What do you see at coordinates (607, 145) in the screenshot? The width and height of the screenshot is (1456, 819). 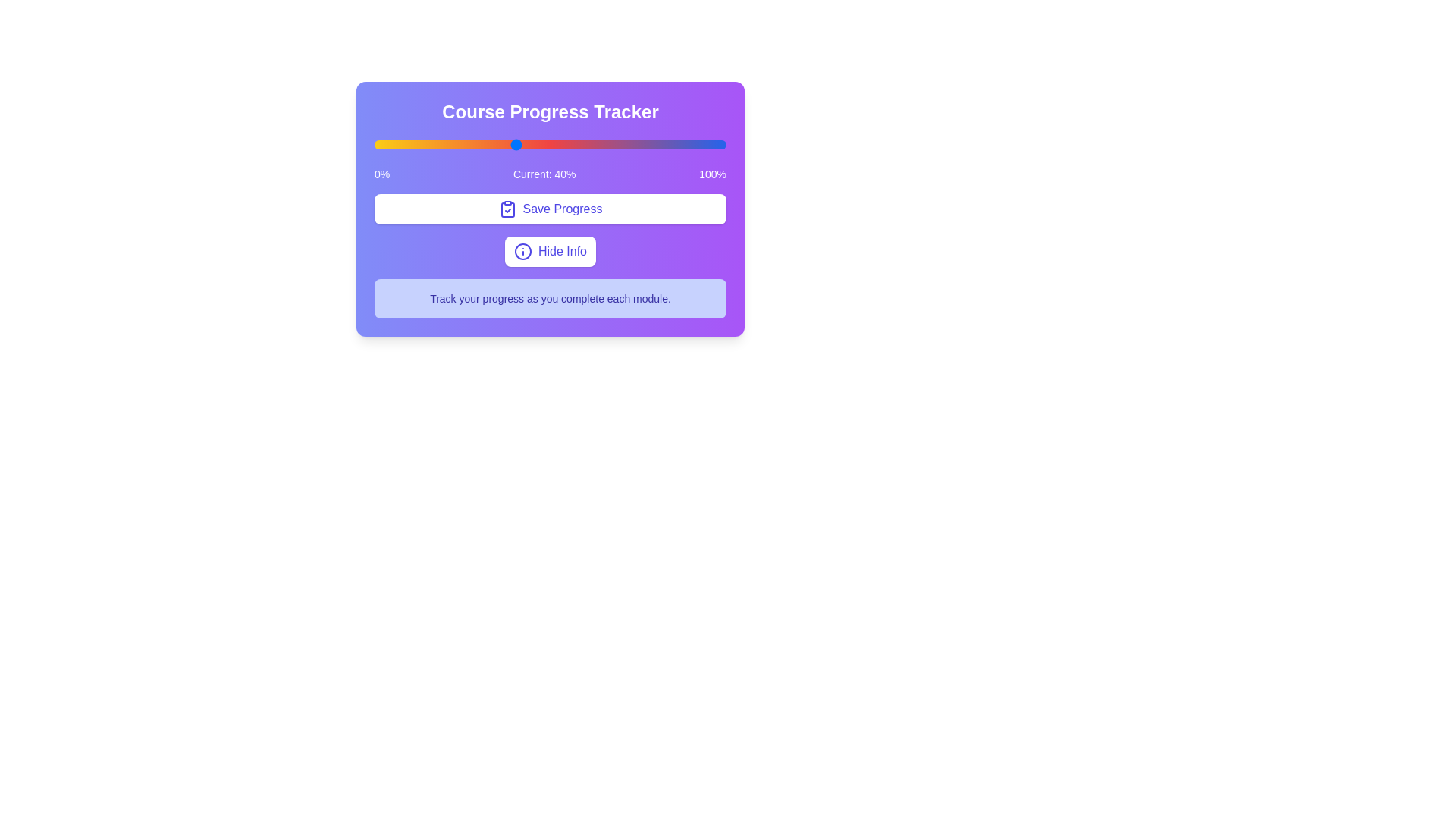 I see `the course progress` at bounding box center [607, 145].